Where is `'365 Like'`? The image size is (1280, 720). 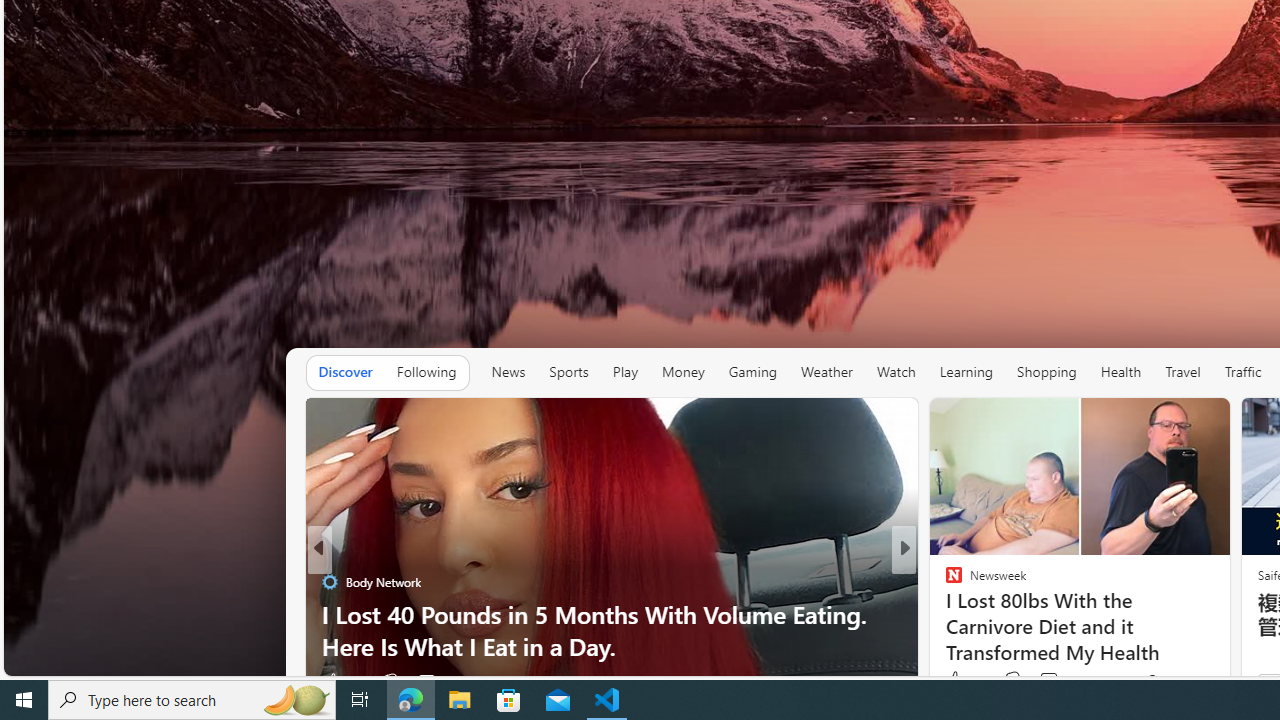 '365 Like' is located at coordinates (958, 680).